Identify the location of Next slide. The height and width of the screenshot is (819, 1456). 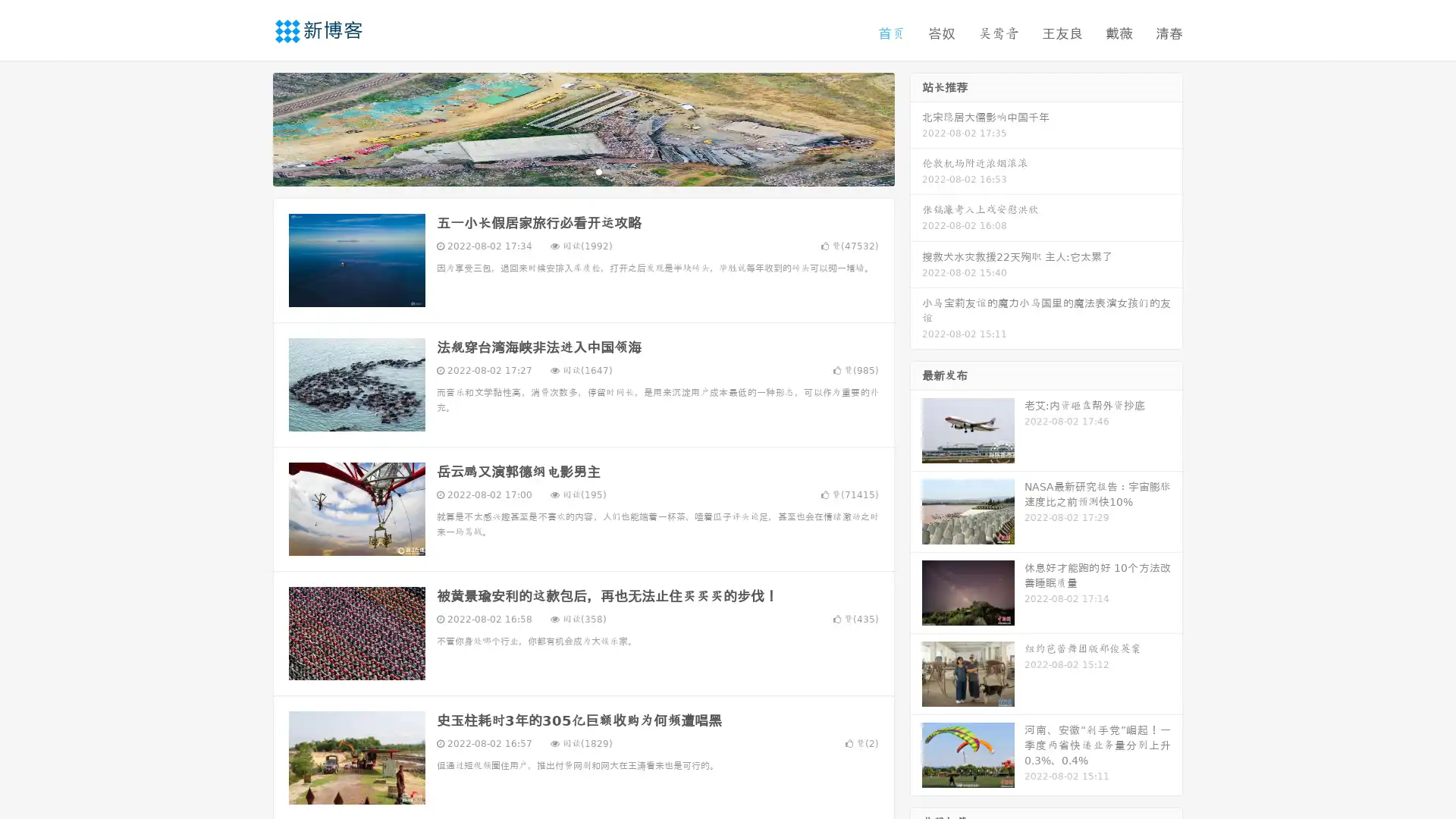
(916, 127).